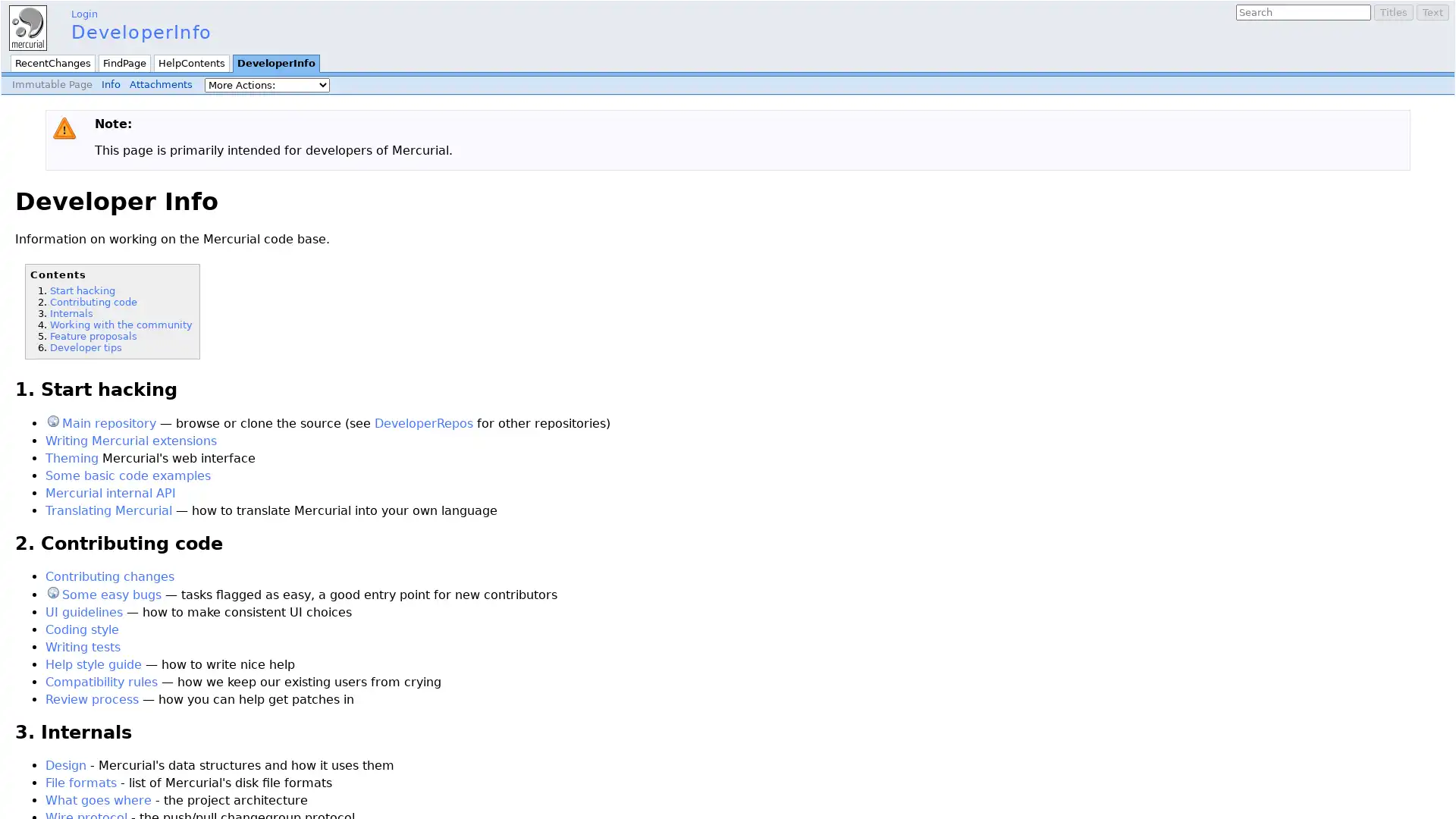 The height and width of the screenshot is (819, 1456). Describe the element at coordinates (1432, 12) in the screenshot. I see `Text` at that location.